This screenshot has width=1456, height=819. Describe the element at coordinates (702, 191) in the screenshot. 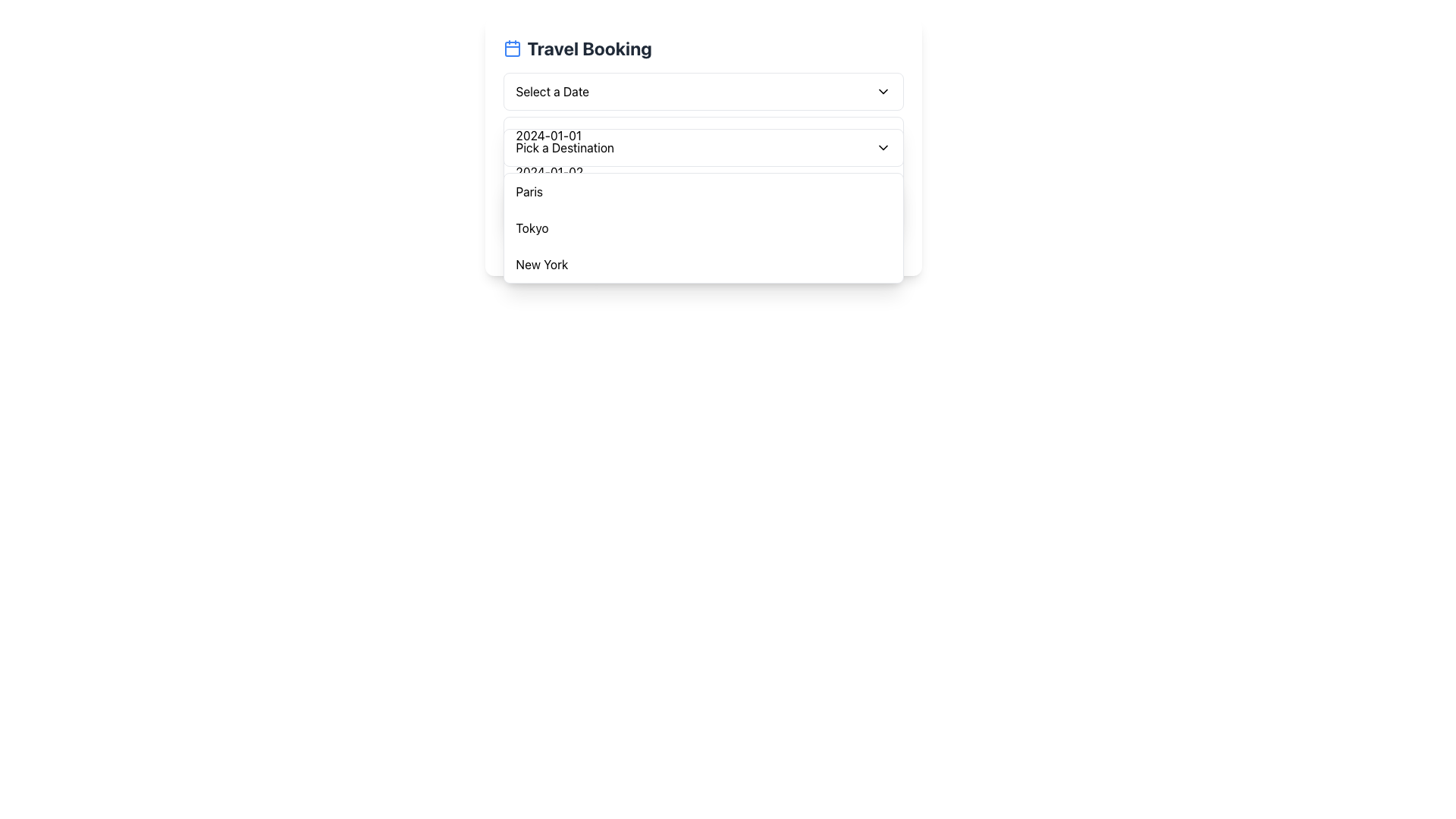

I see `the first item in the 'Pick a Destination' dropdown menu for travel booking, which is located above 'Tokyo' and 'New York'` at that location.